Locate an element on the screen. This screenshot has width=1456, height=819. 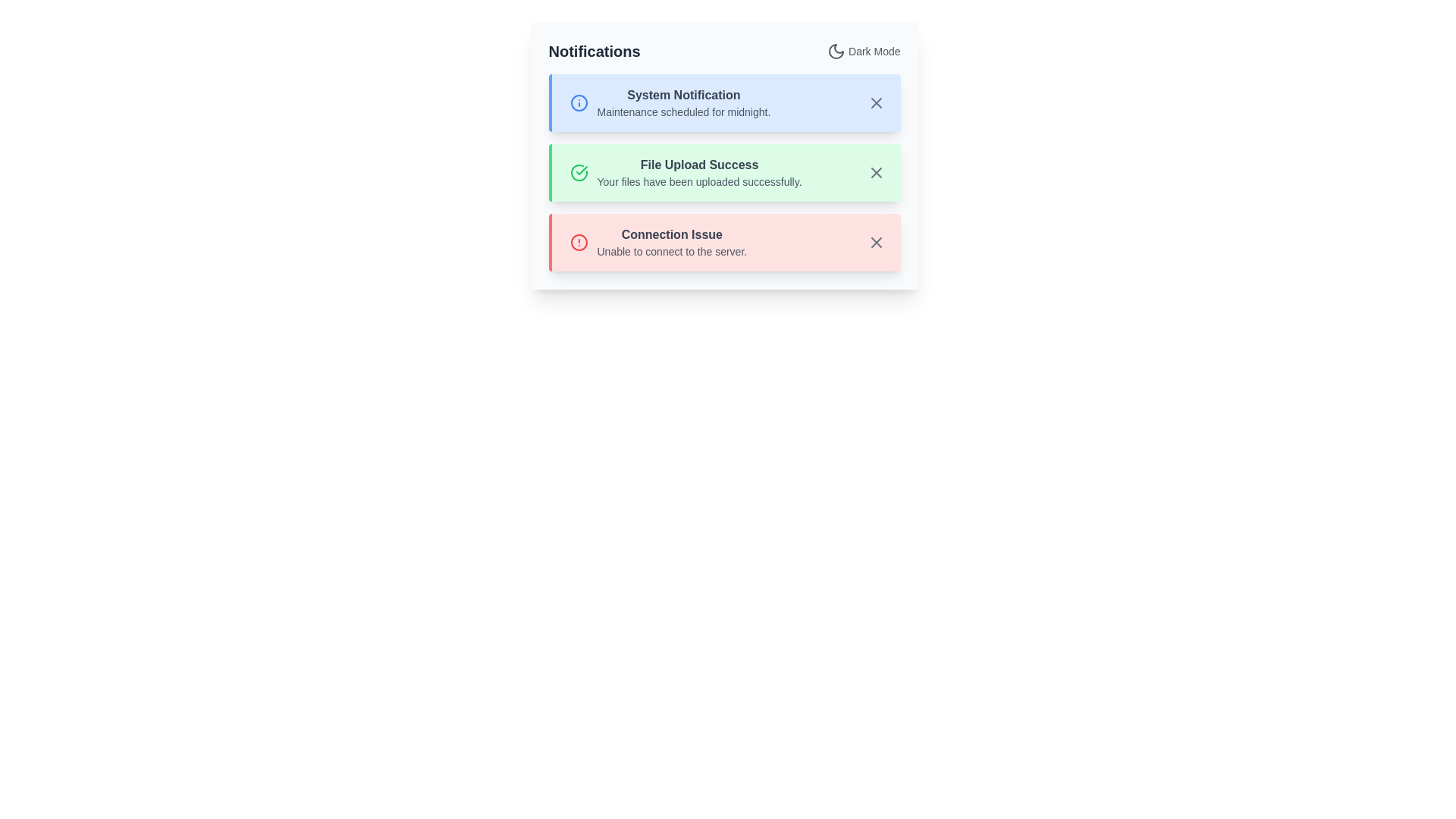
the minimalist close button shaped like an 'X' located in the 'File Upload Success' notification is located at coordinates (876, 171).